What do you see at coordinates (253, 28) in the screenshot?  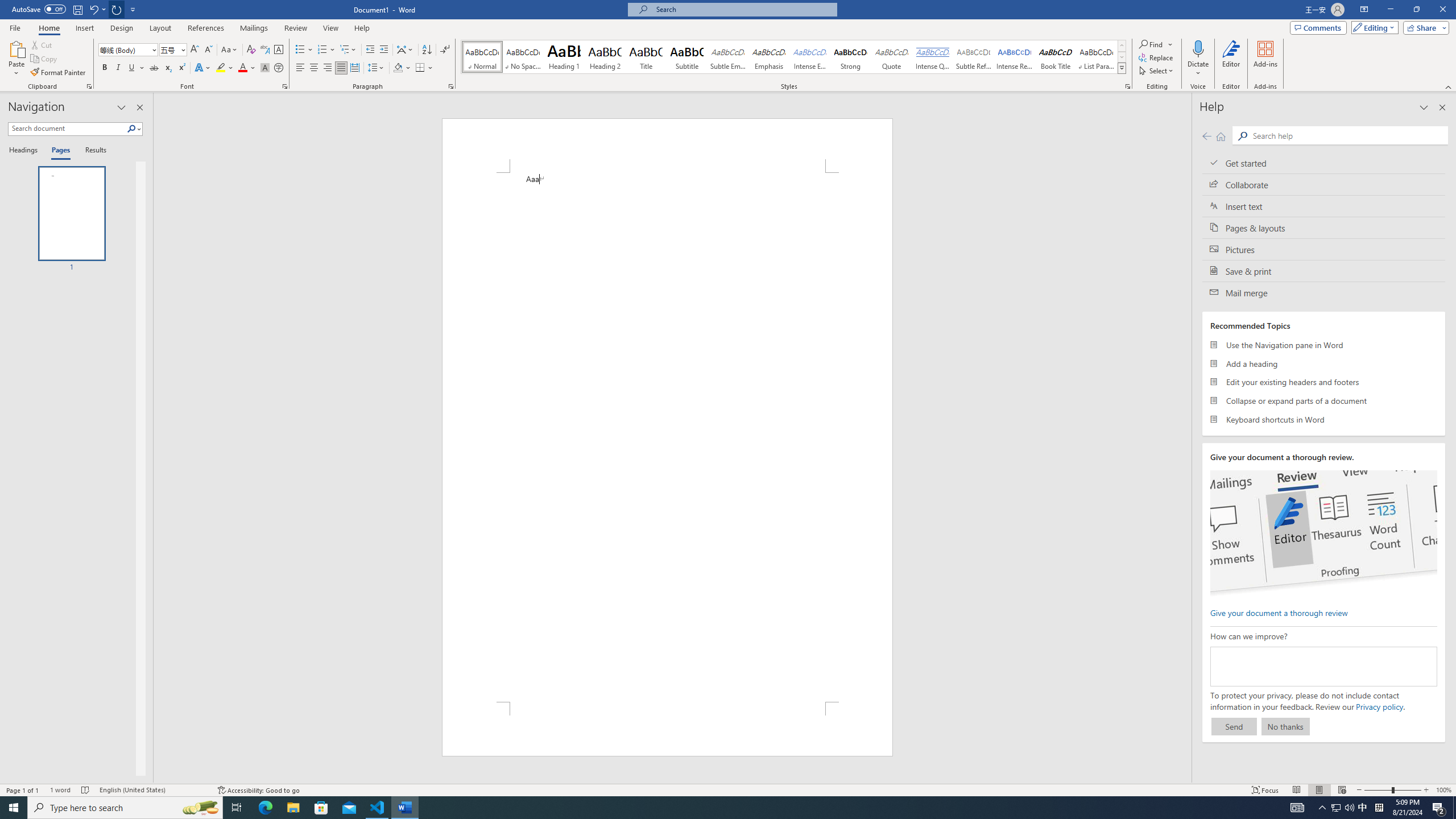 I see `'Mailings'` at bounding box center [253, 28].